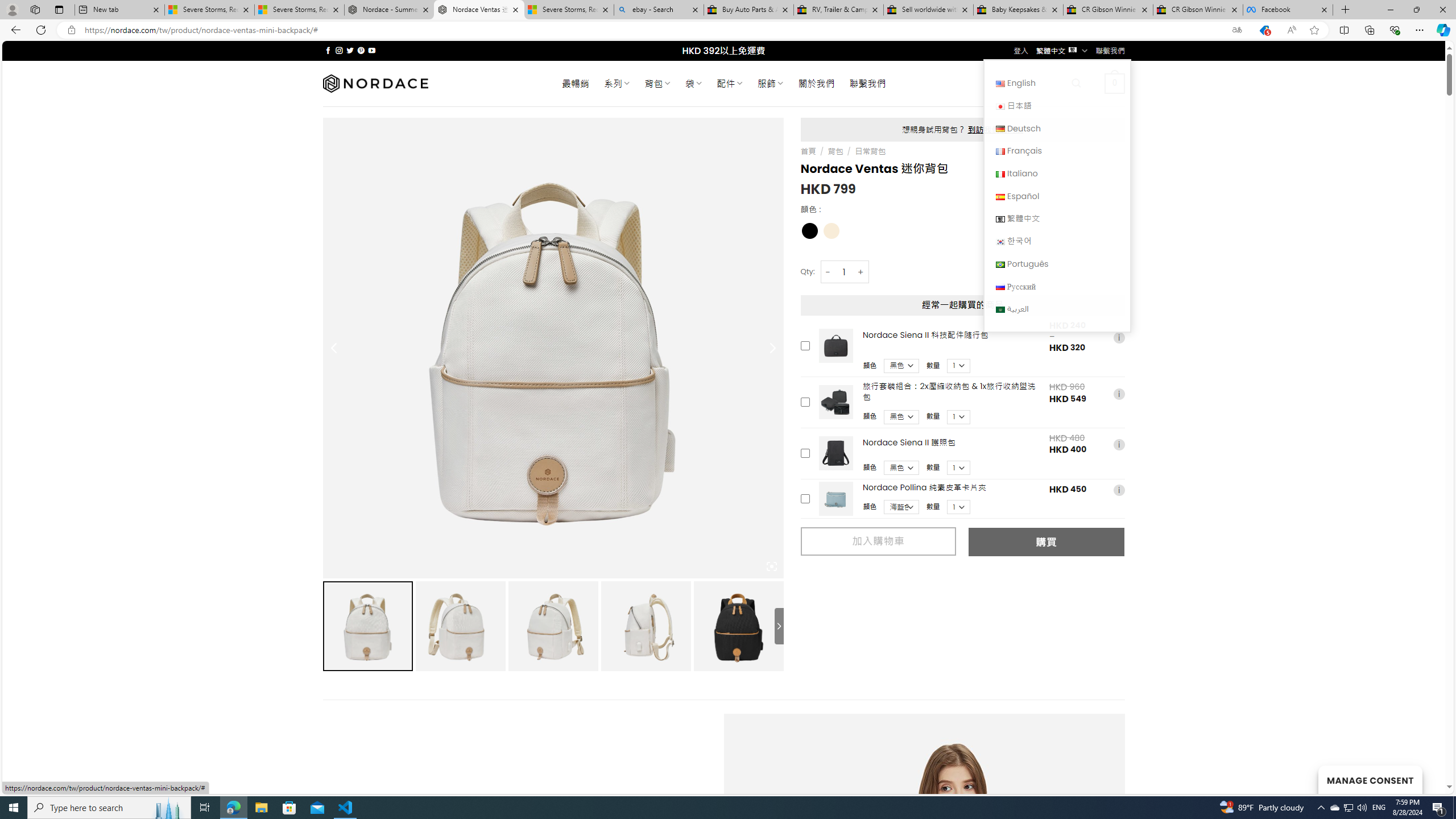 The image size is (1456, 819). What do you see at coordinates (928, 9) in the screenshot?
I see `'Sell worldwide with eBay'` at bounding box center [928, 9].